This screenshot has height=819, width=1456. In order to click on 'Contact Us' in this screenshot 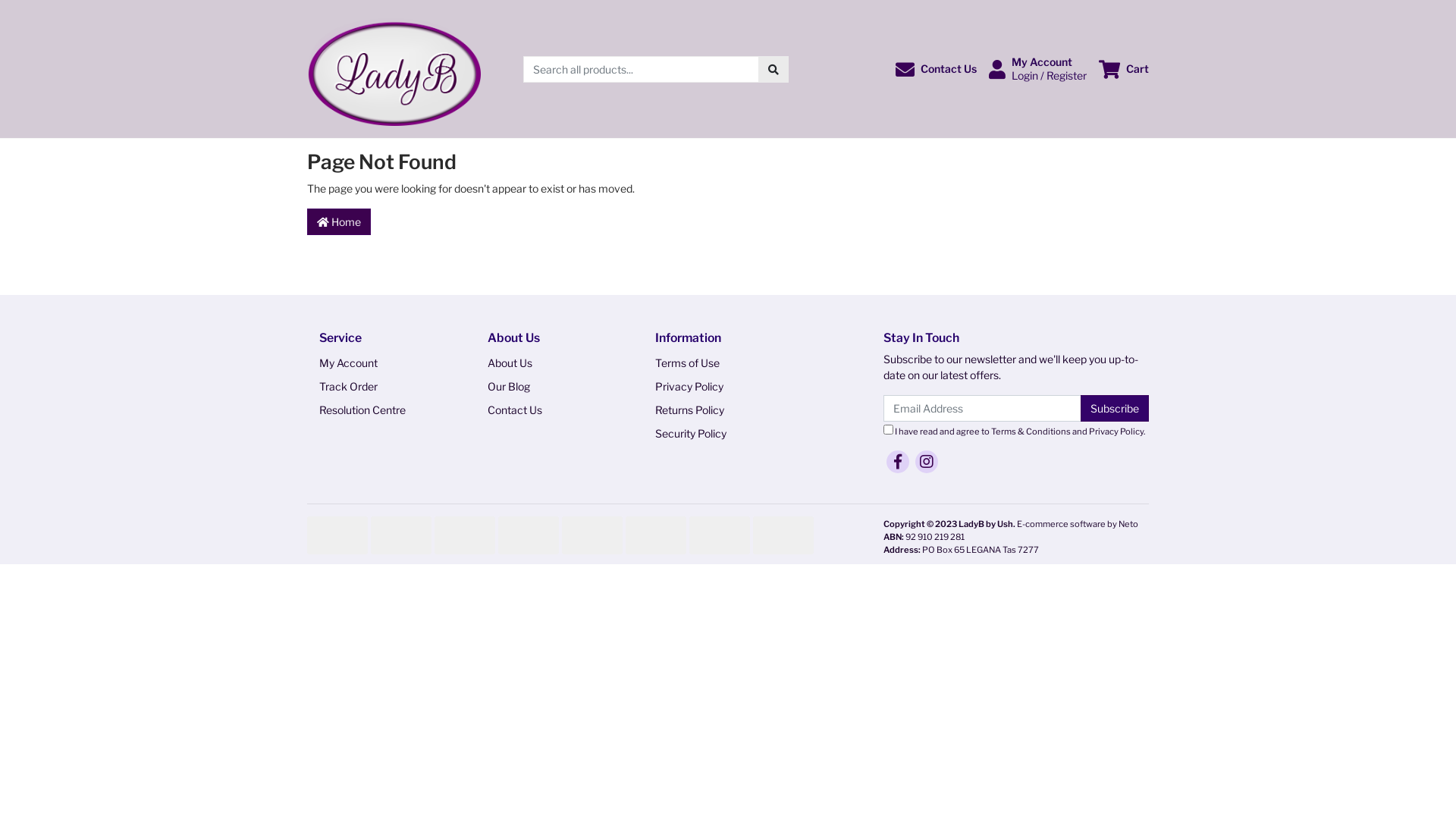, I will do `click(548, 409)`.